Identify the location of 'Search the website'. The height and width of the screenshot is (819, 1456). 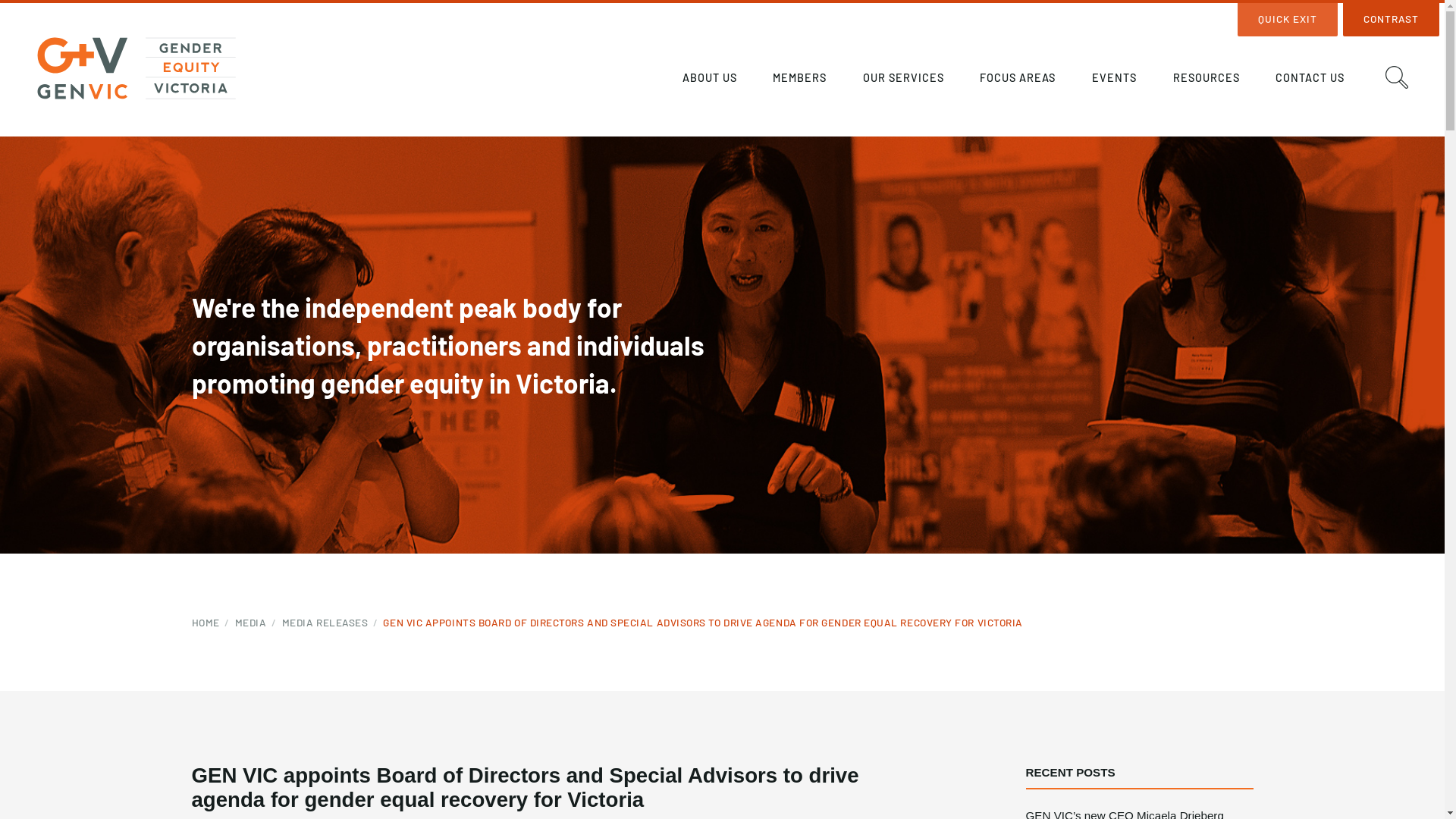
(1396, 77).